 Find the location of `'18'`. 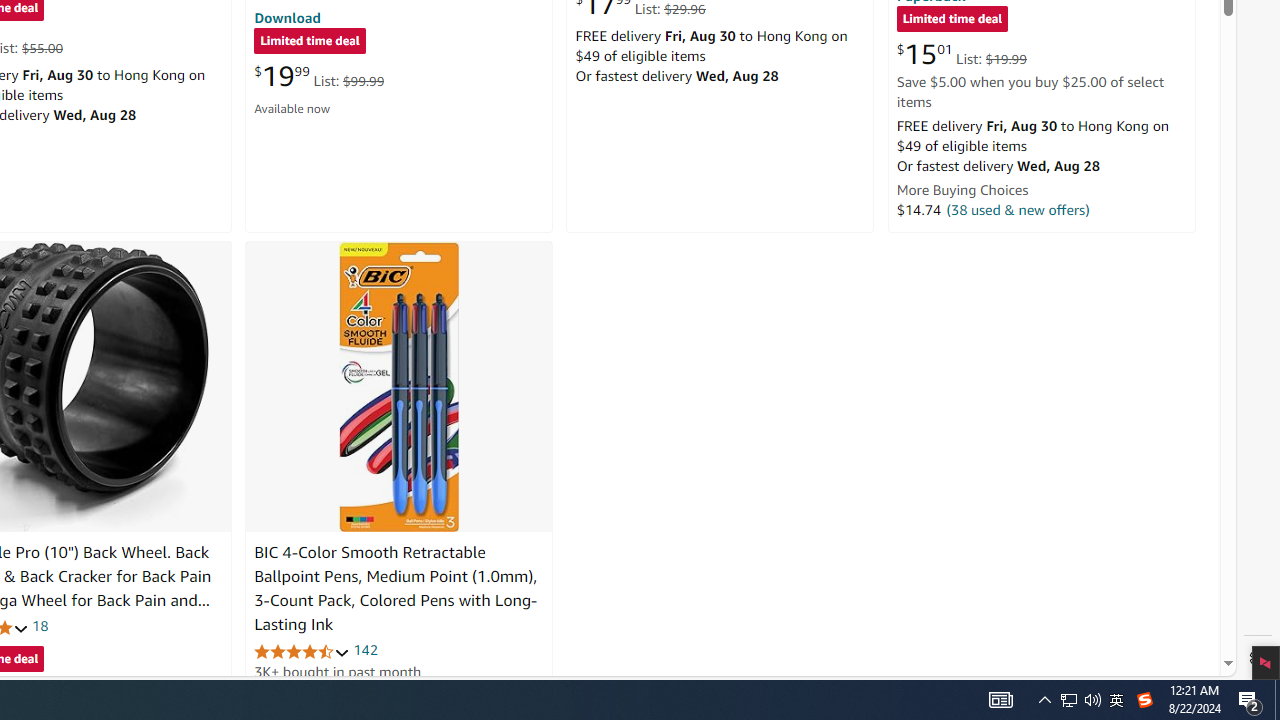

'18' is located at coordinates (40, 625).